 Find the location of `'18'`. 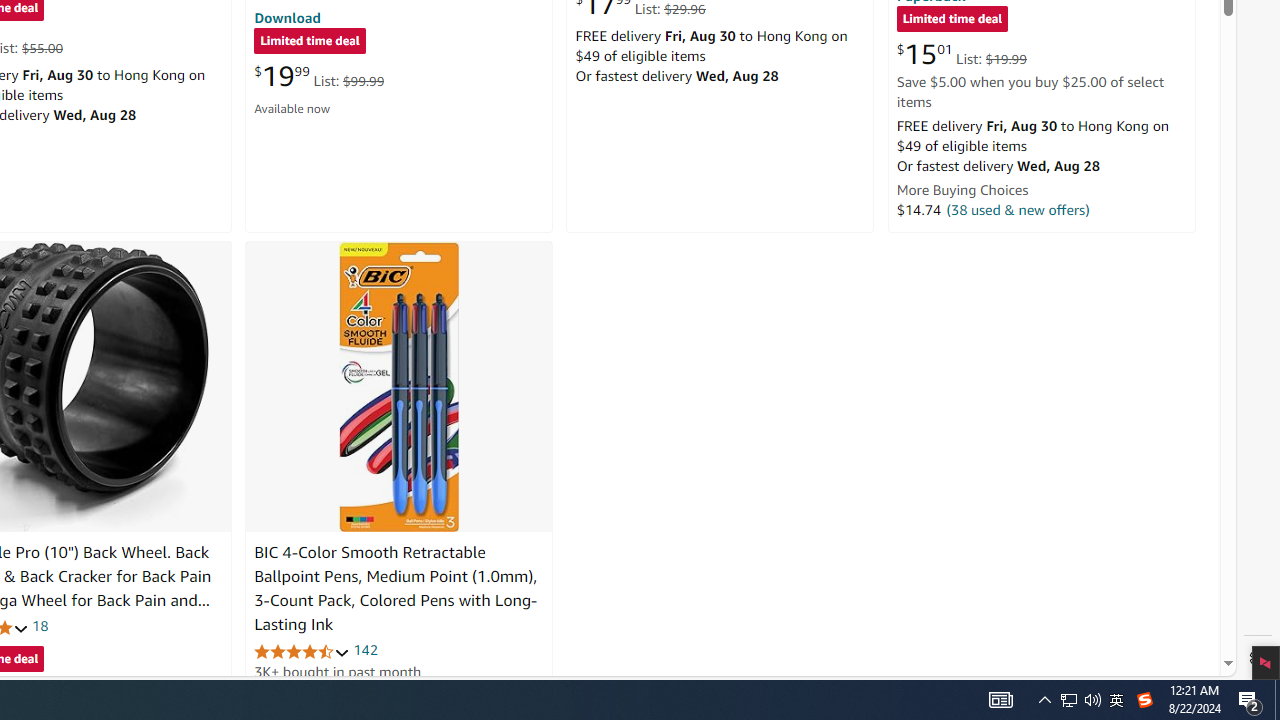

'18' is located at coordinates (40, 625).